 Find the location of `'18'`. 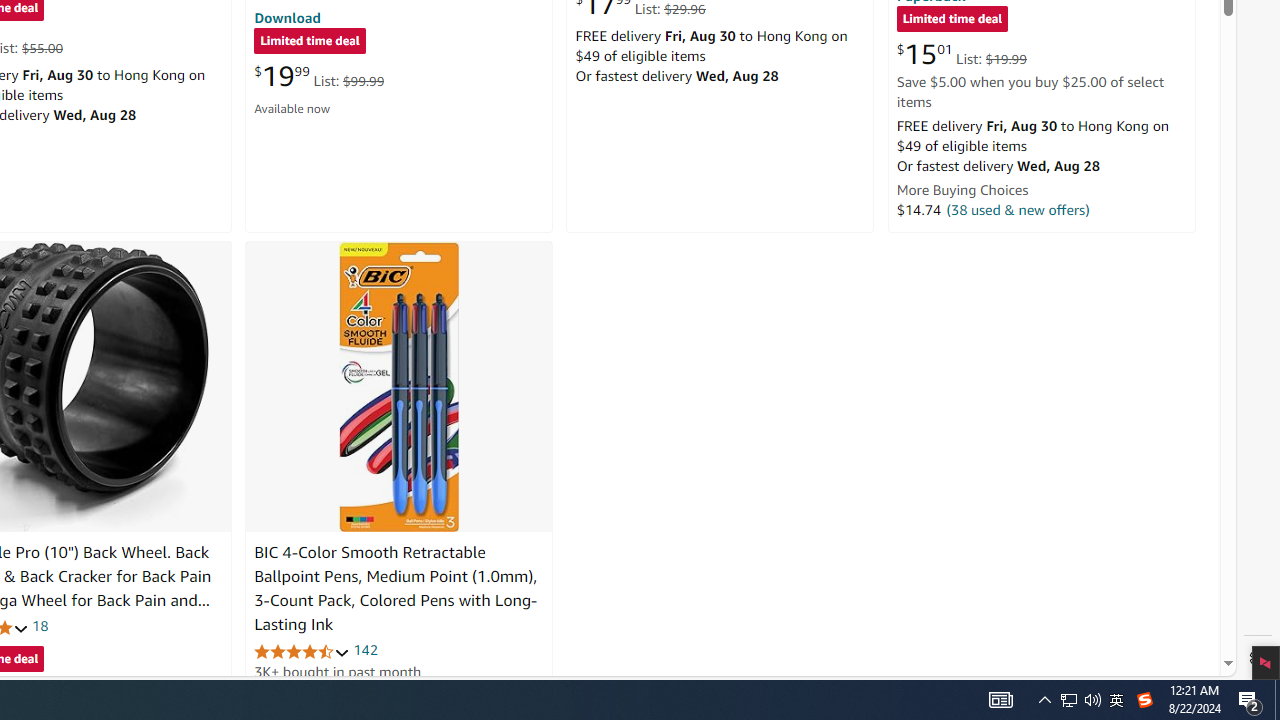

'18' is located at coordinates (40, 625).